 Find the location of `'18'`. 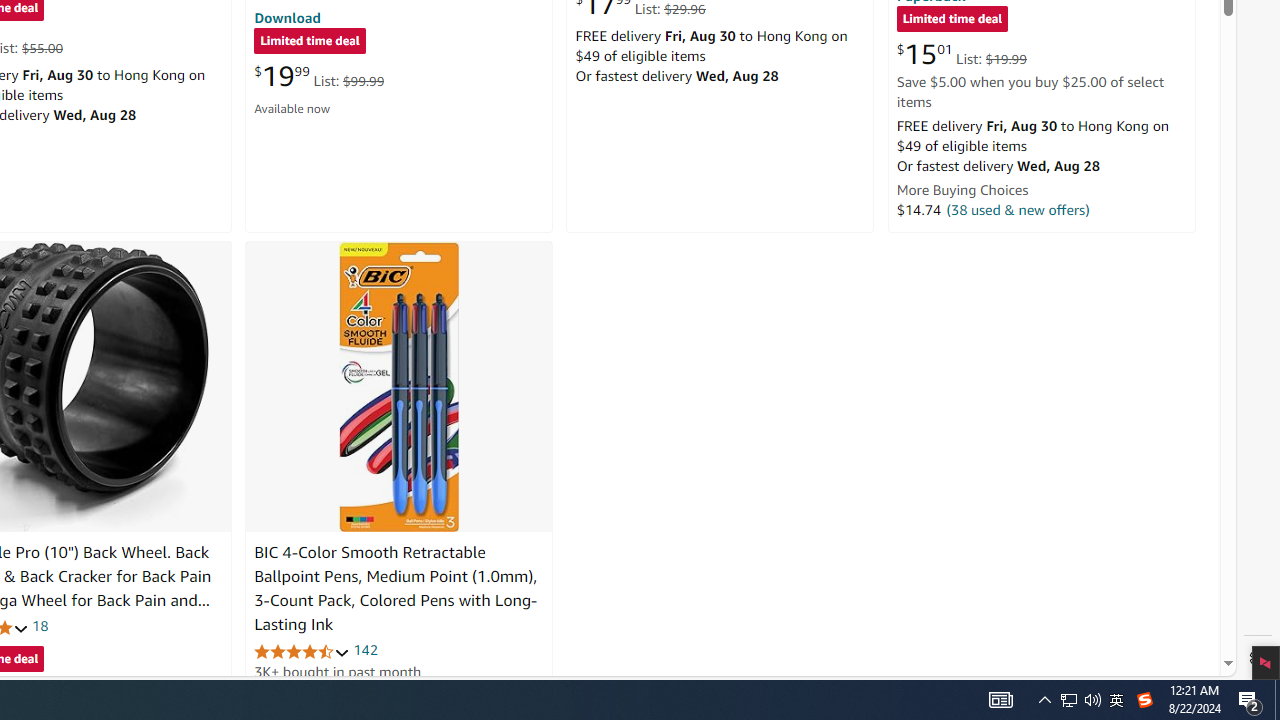

'18' is located at coordinates (40, 625).